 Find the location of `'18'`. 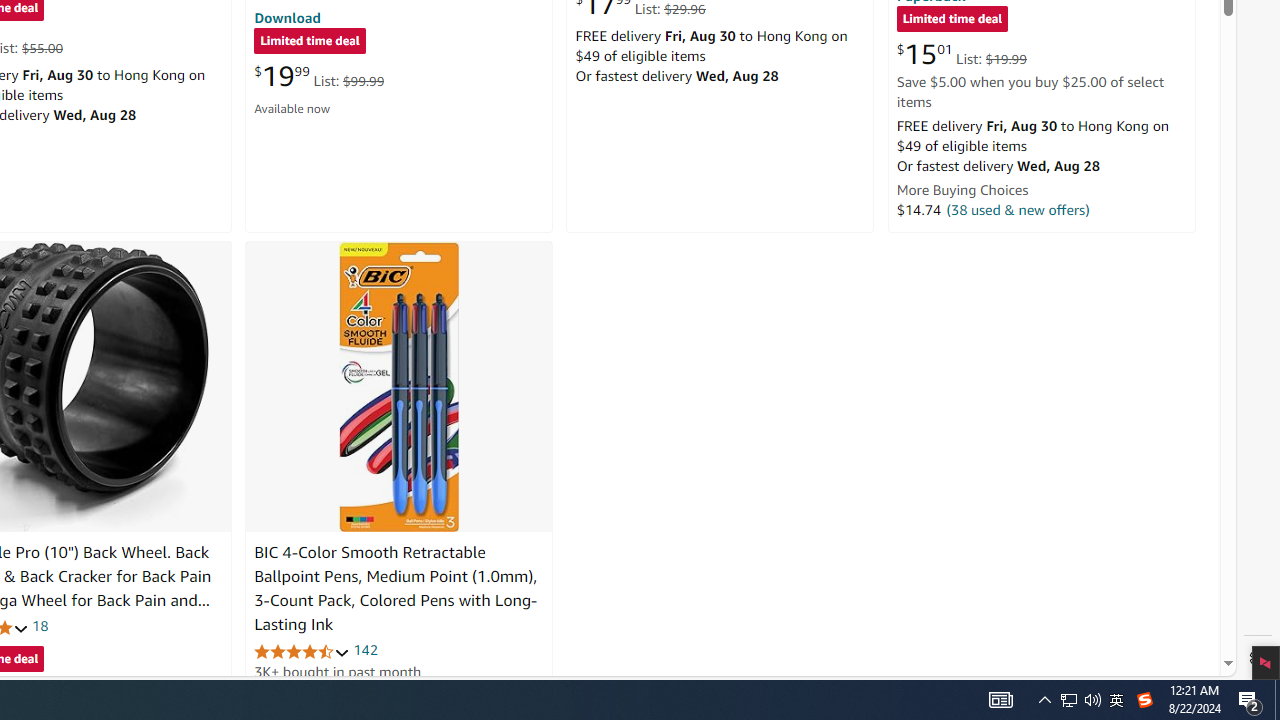

'18' is located at coordinates (40, 625).